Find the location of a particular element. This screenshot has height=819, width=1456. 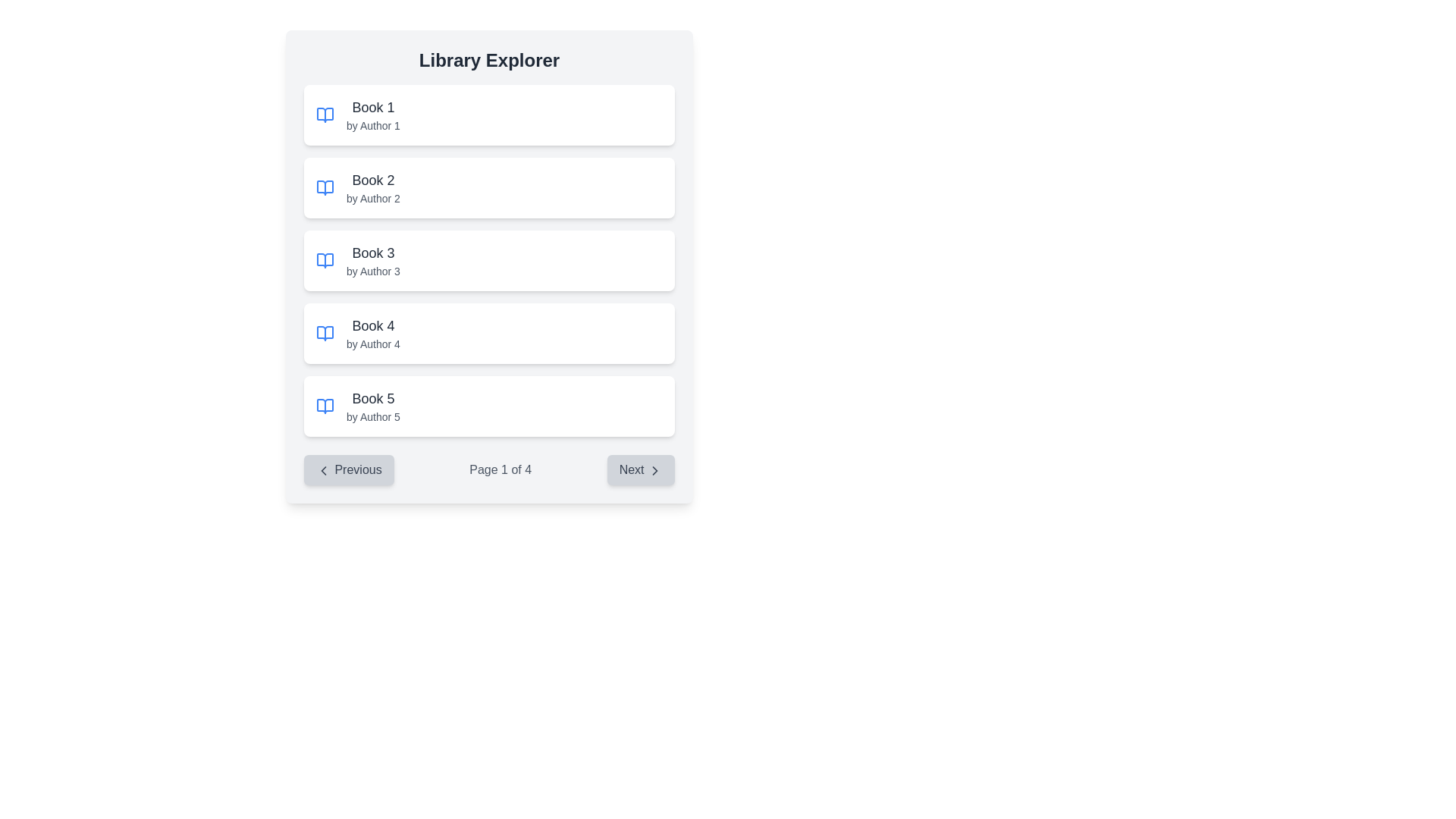

the first book entry in the central scrollable list of the 'Library Explorer' interface, which displays the title and author metadata is located at coordinates (489, 114).